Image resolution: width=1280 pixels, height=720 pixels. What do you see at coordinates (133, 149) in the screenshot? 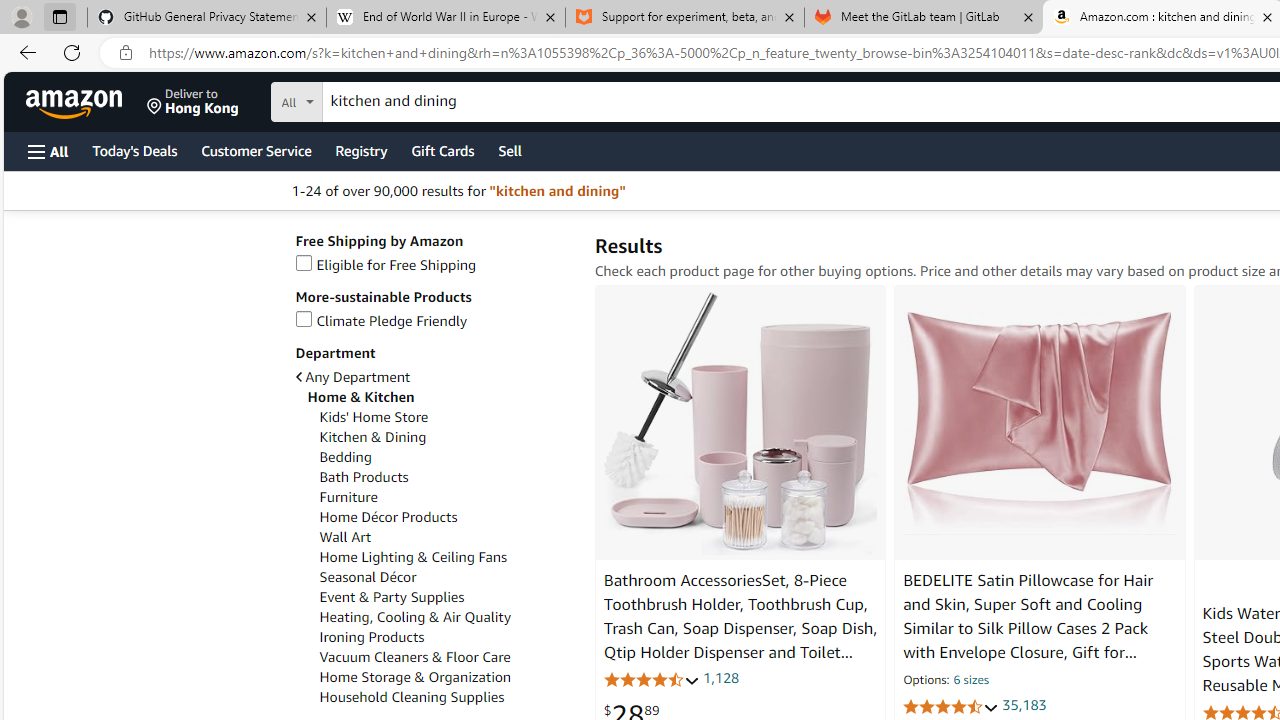
I see `'Today'` at bounding box center [133, 149].